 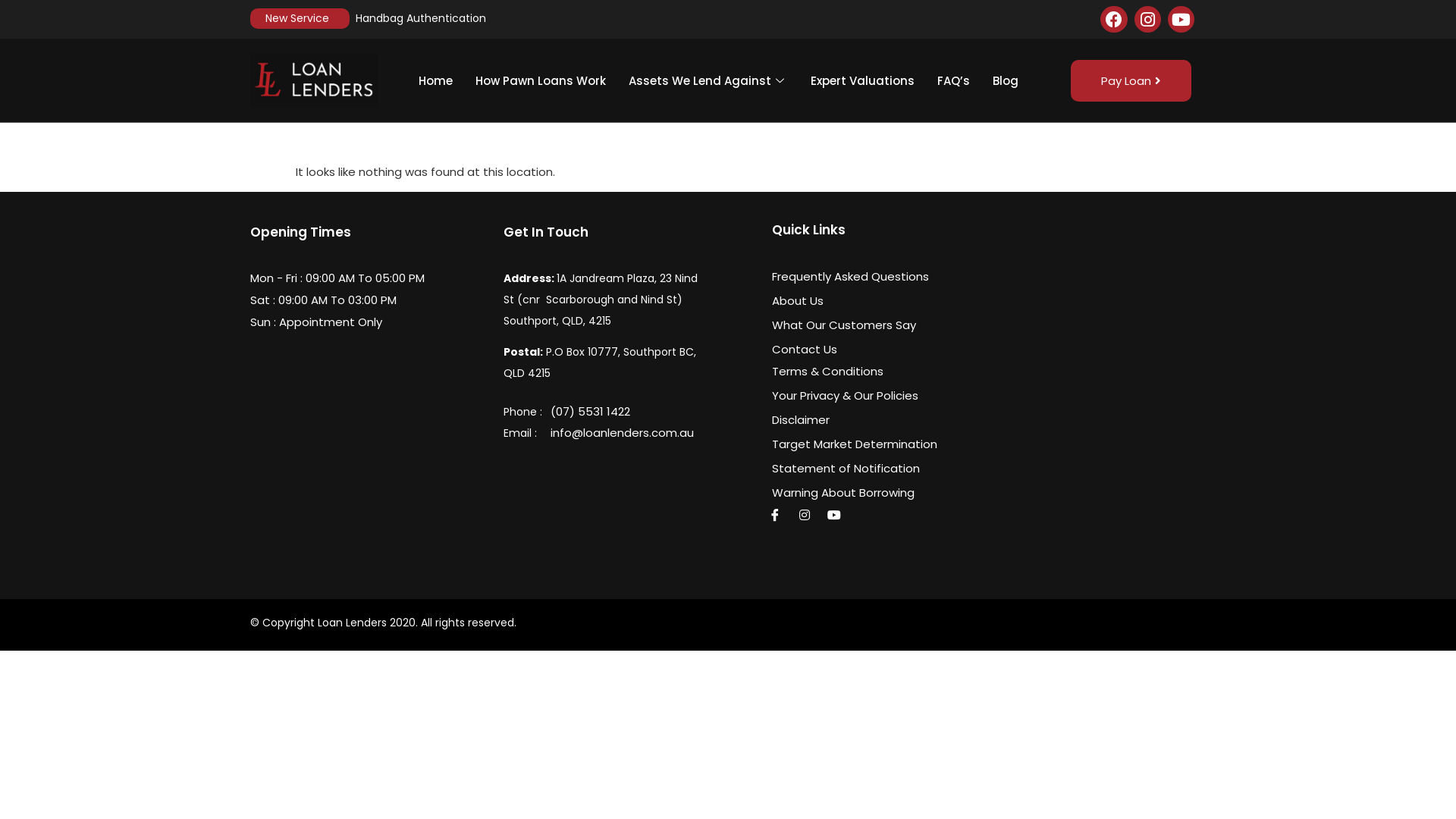 What do you see at coordinates (865, 349) in the screenshot?
I see `'Contact Us'` at bounding box center [865, 349].